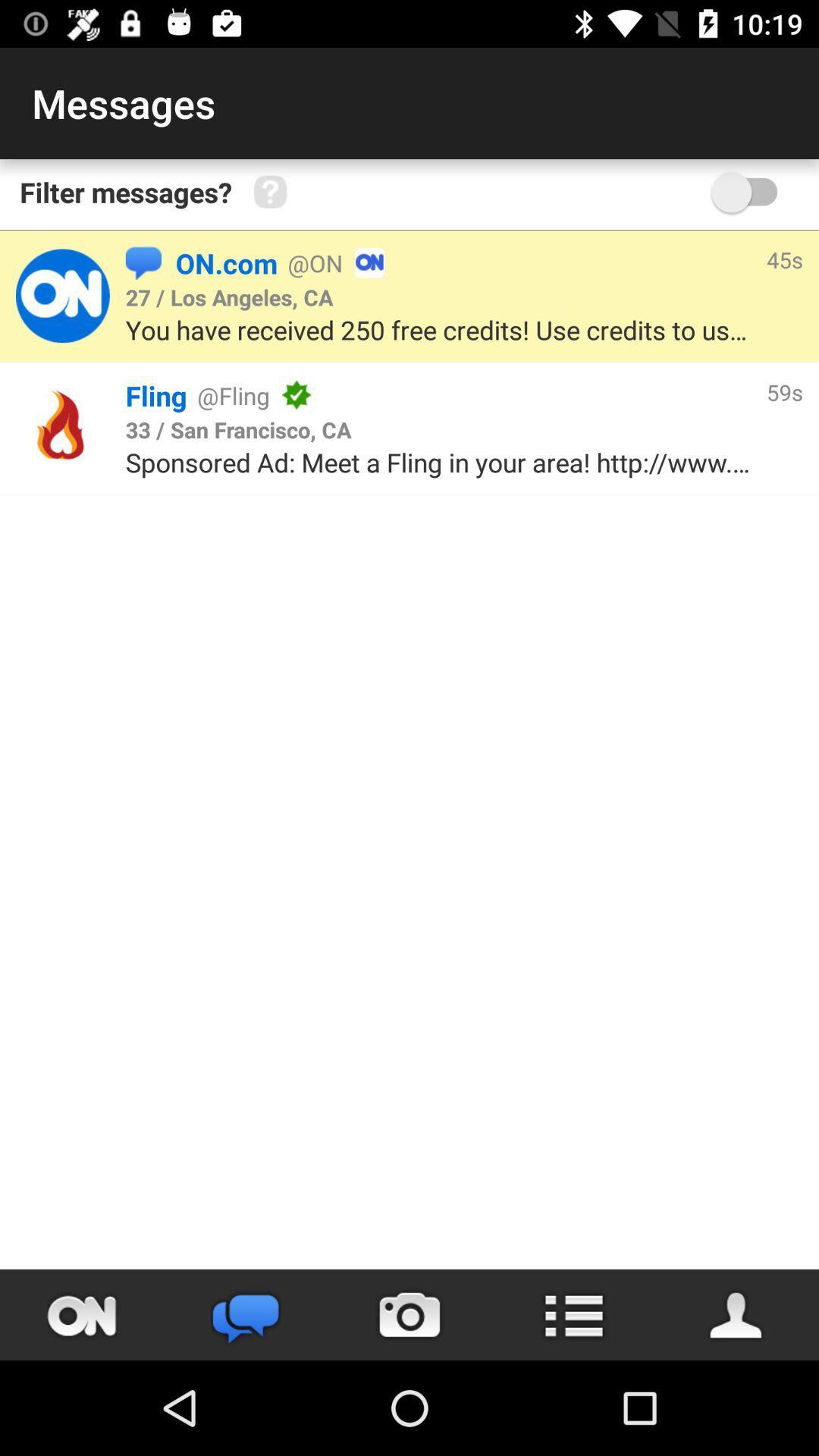 The width and height of the screenshot is (819, 1456). I want to click on the item next to the on.com, so click(143, 262).